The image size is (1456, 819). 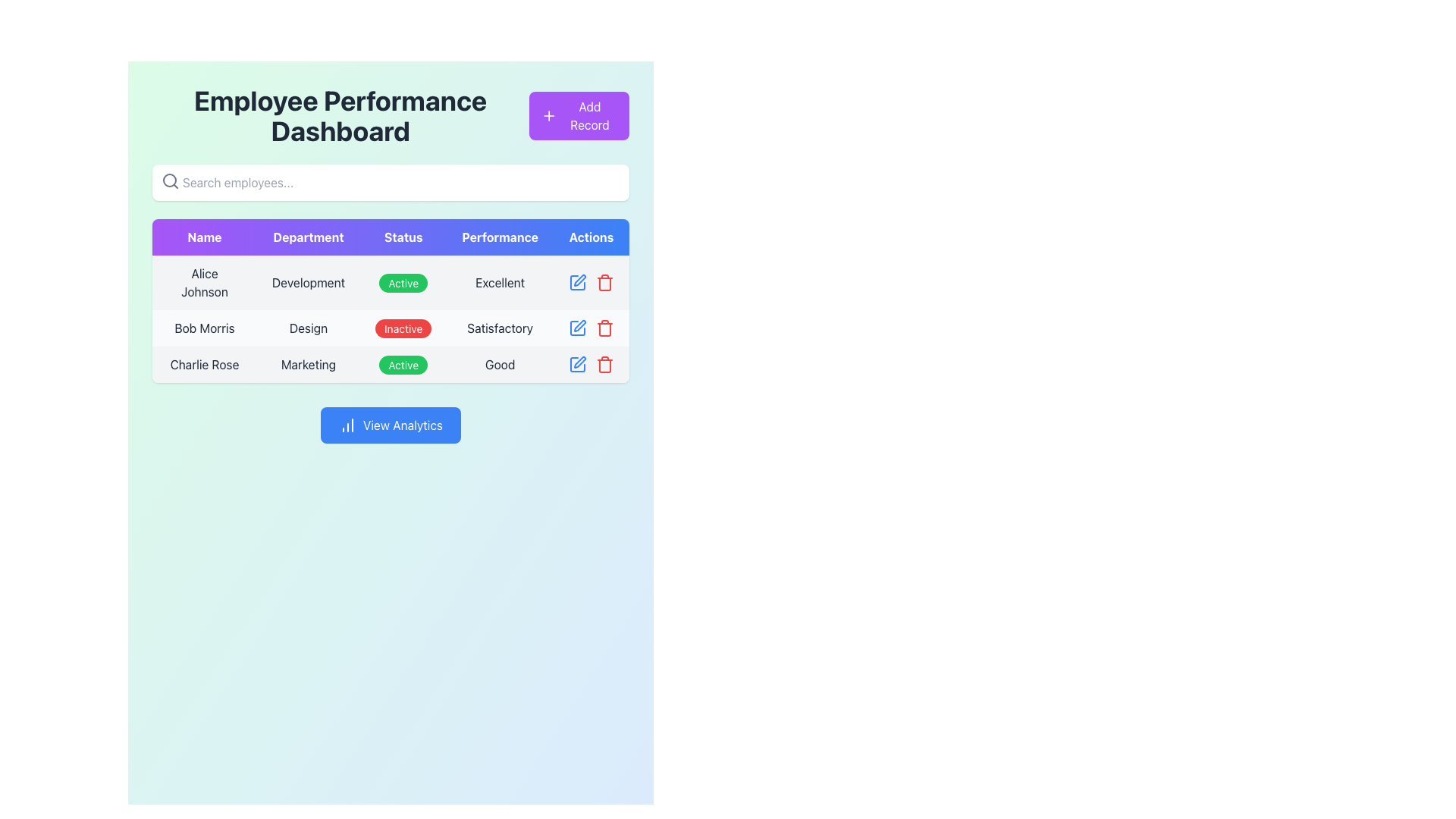 What do you see at coordinates (604, 365) in the screenshot?
I see `the delete icon button in the Actions column for the entry labeled 'Bob Morris'` at bounding box center [604, 365].